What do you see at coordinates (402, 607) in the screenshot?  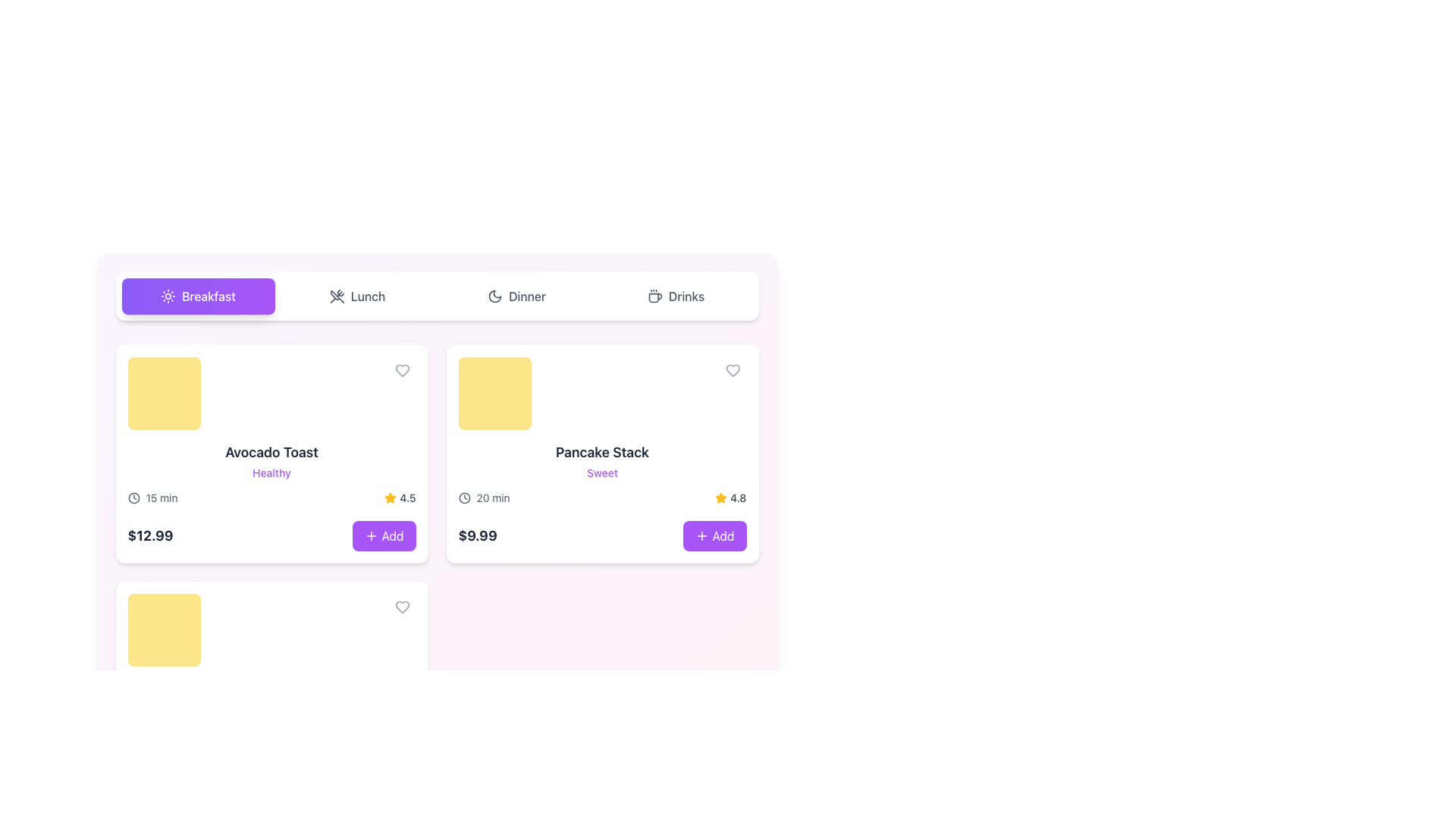 I see `the small circular button with a heart icon located at the bottom-right corner of the card for the item 'Pancake Stack'` at bounding box center [402, 607].